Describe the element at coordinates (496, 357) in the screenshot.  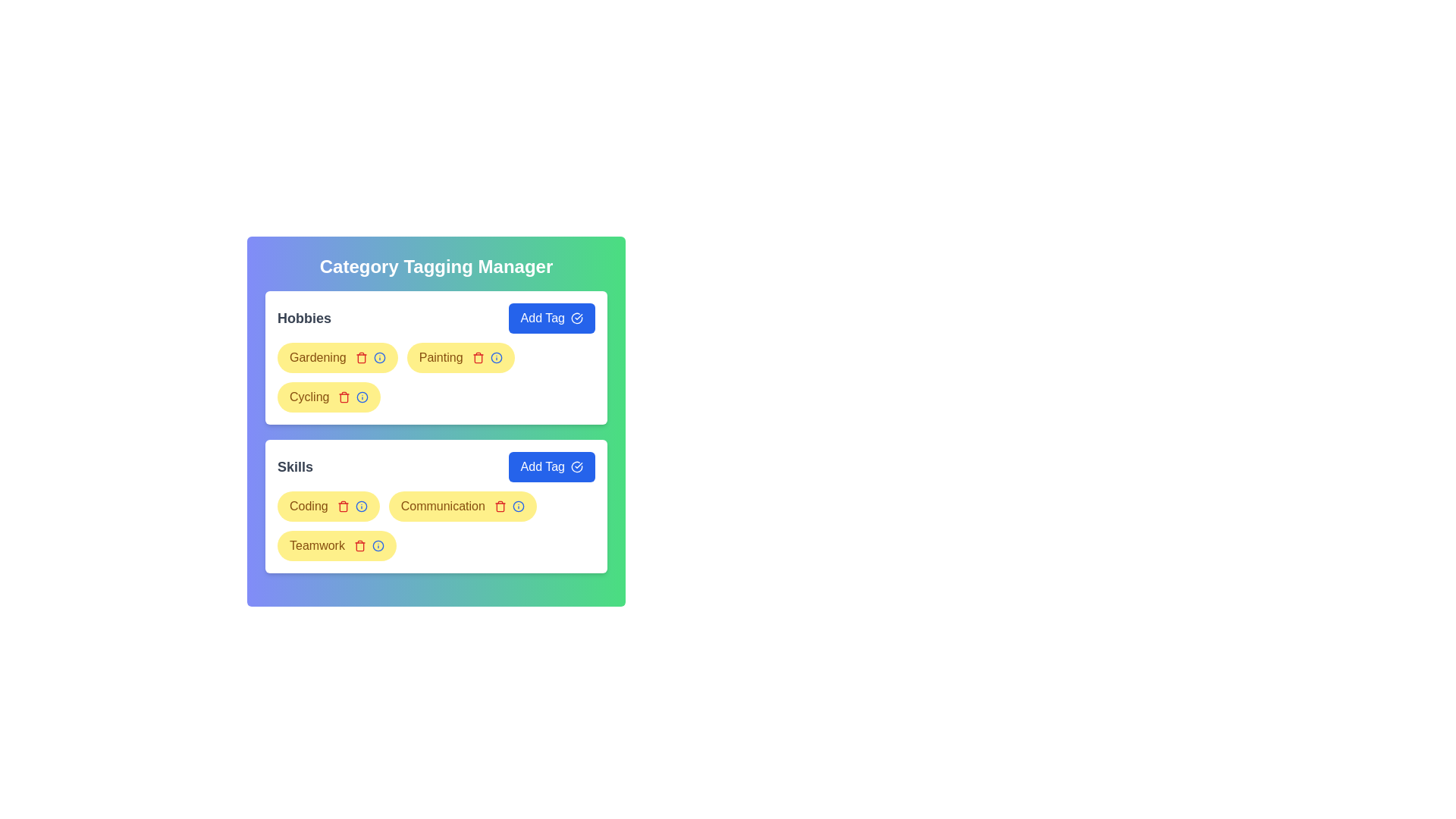
I see `the information icon button located to the right of the 'Painting' tag in the 'Hobbies' section to retrieve additional details about the Painting category` at that location.